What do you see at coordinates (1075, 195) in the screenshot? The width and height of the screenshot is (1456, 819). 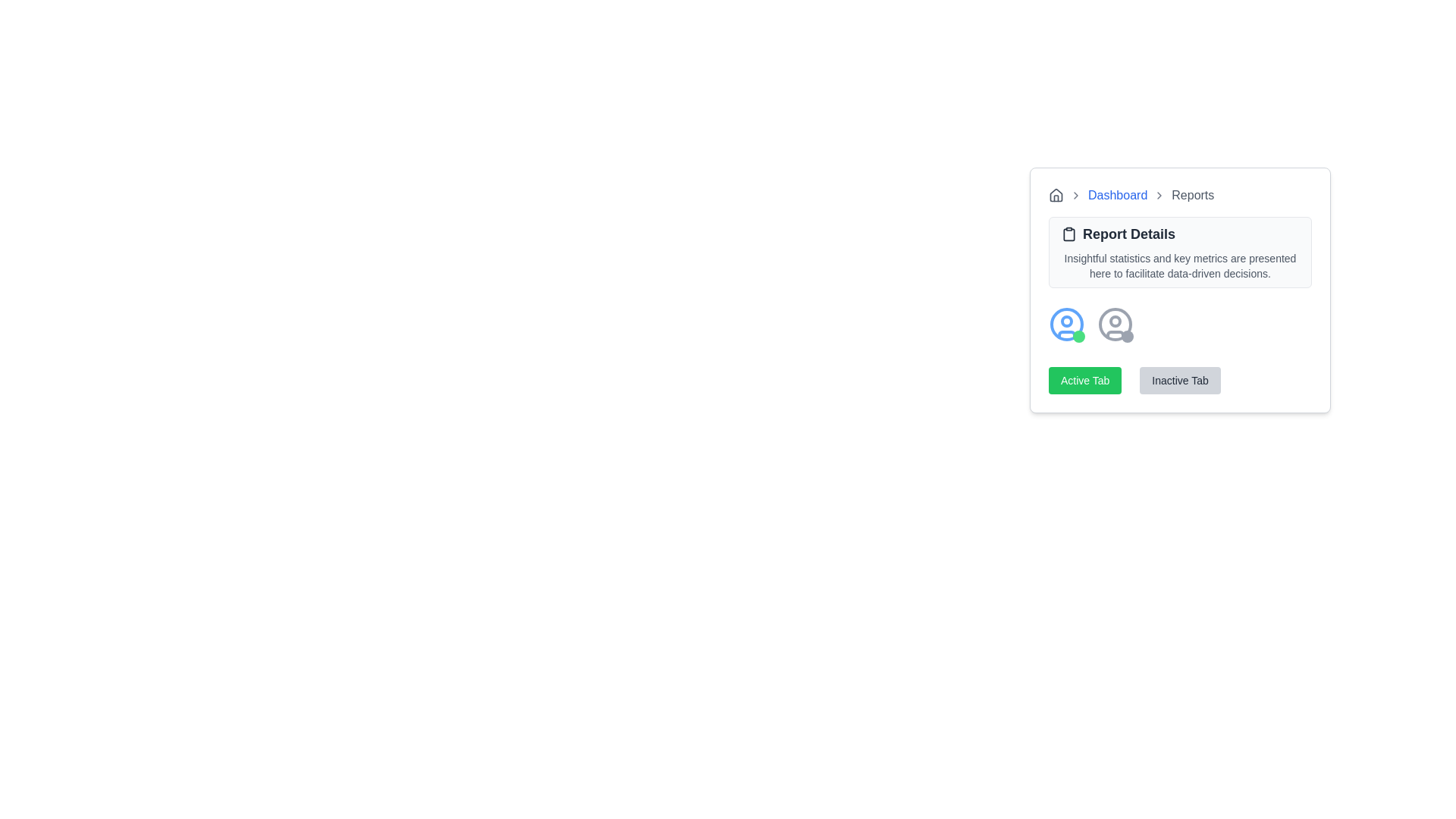 I see `the right-pointing chevron icon positioned between the house icon and the 'Dashboard' text to delineate focused navigation` at bounding box center [1075, 195].